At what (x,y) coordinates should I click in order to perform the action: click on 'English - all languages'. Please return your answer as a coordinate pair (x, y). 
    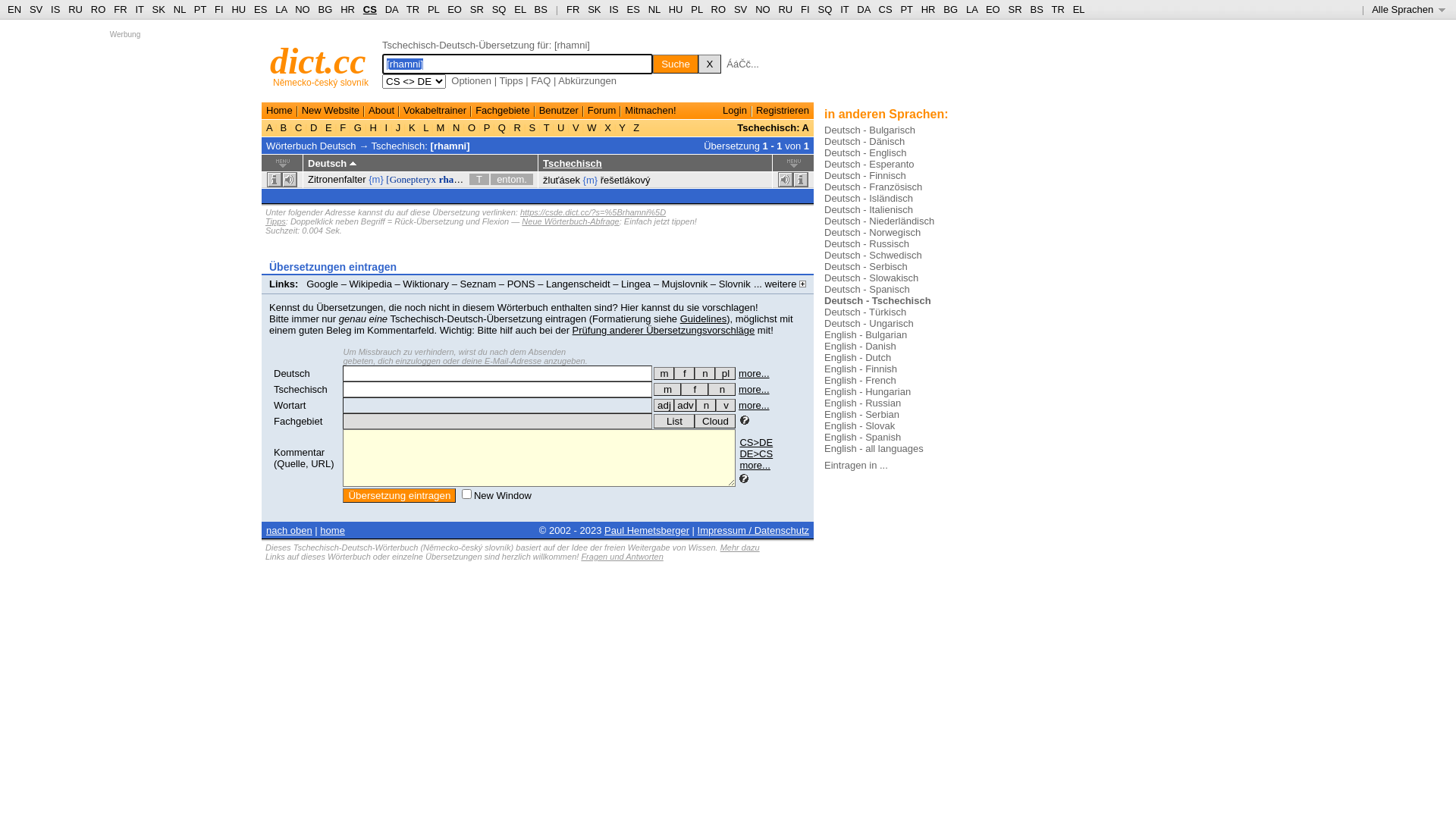
    Looking at the image, I should click on (874, 447).